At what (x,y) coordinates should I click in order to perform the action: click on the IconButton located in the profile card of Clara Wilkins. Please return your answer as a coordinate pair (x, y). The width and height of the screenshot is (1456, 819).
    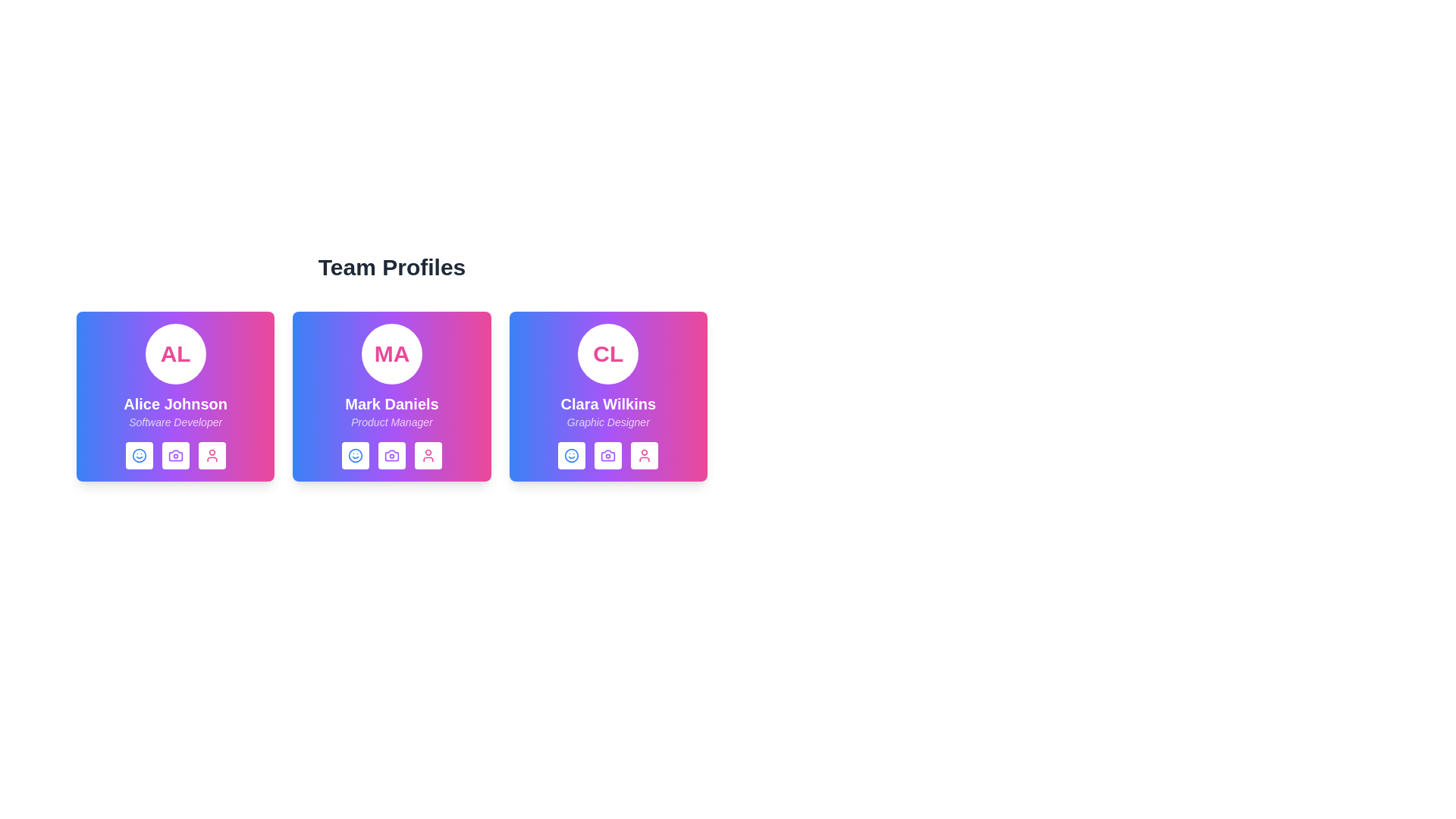
    Looking at the image, I should click on (608, 455).